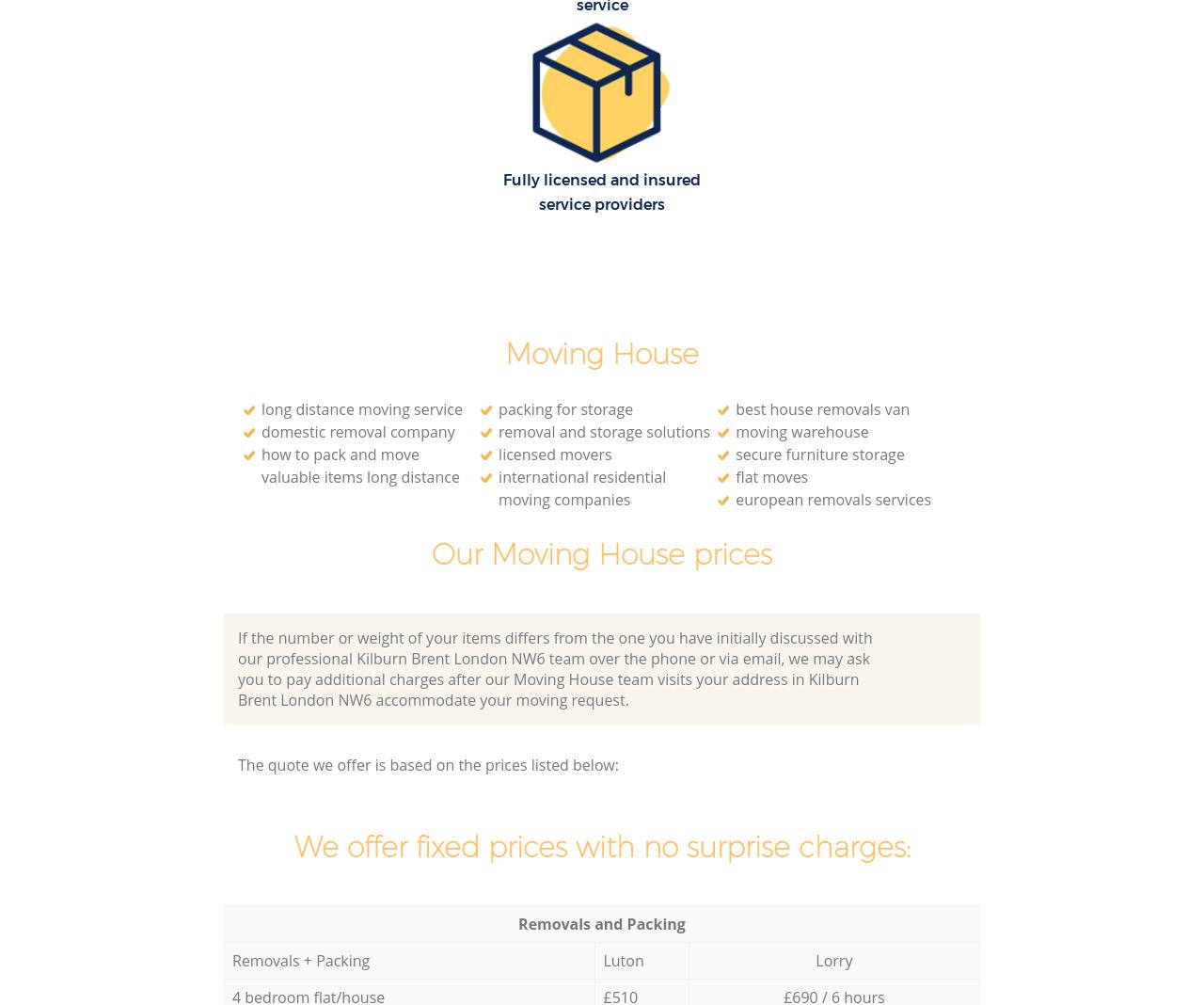 The image size is (1204, 1005). I want to click on 'Moving House', so click(504, 353).